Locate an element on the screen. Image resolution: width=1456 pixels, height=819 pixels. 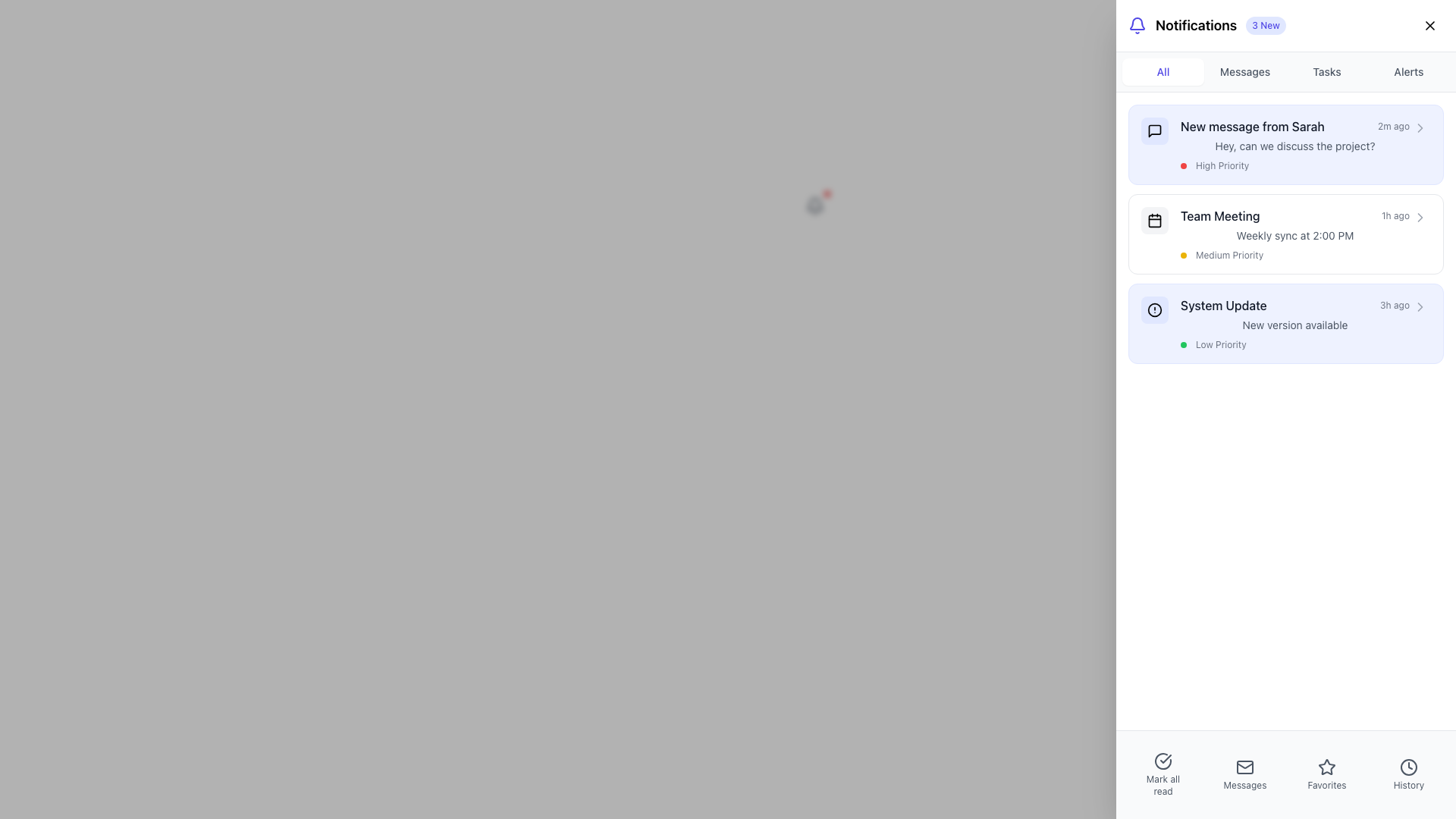
the third button in the Notifications panel, which switches to the 'Tasks' view, to trigger hover effects indicating interactivity is located at coordinates (1326, 72).